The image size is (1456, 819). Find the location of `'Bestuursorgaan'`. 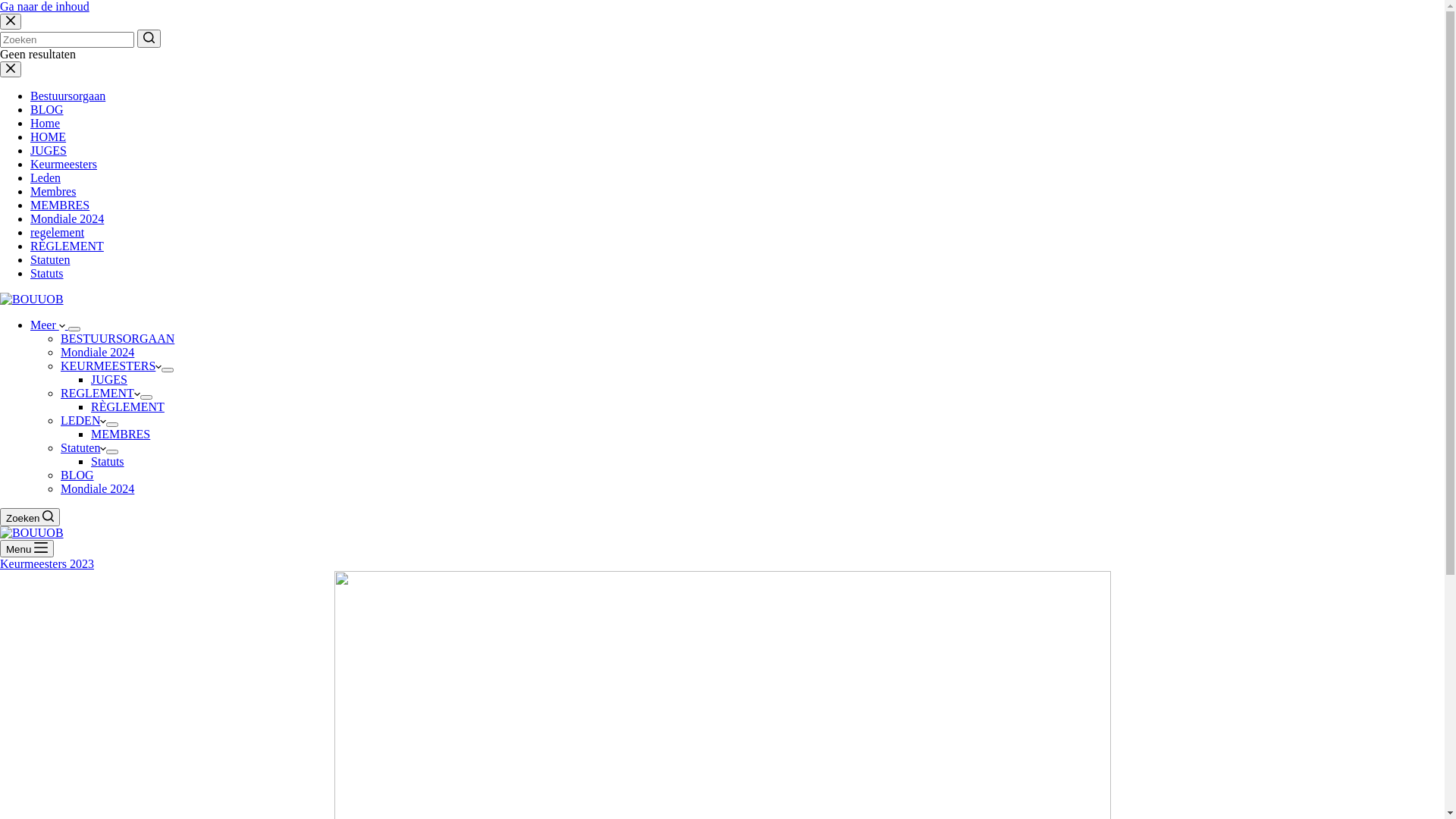

'Bestuursorgaan' is located at coordinates (67, 96).